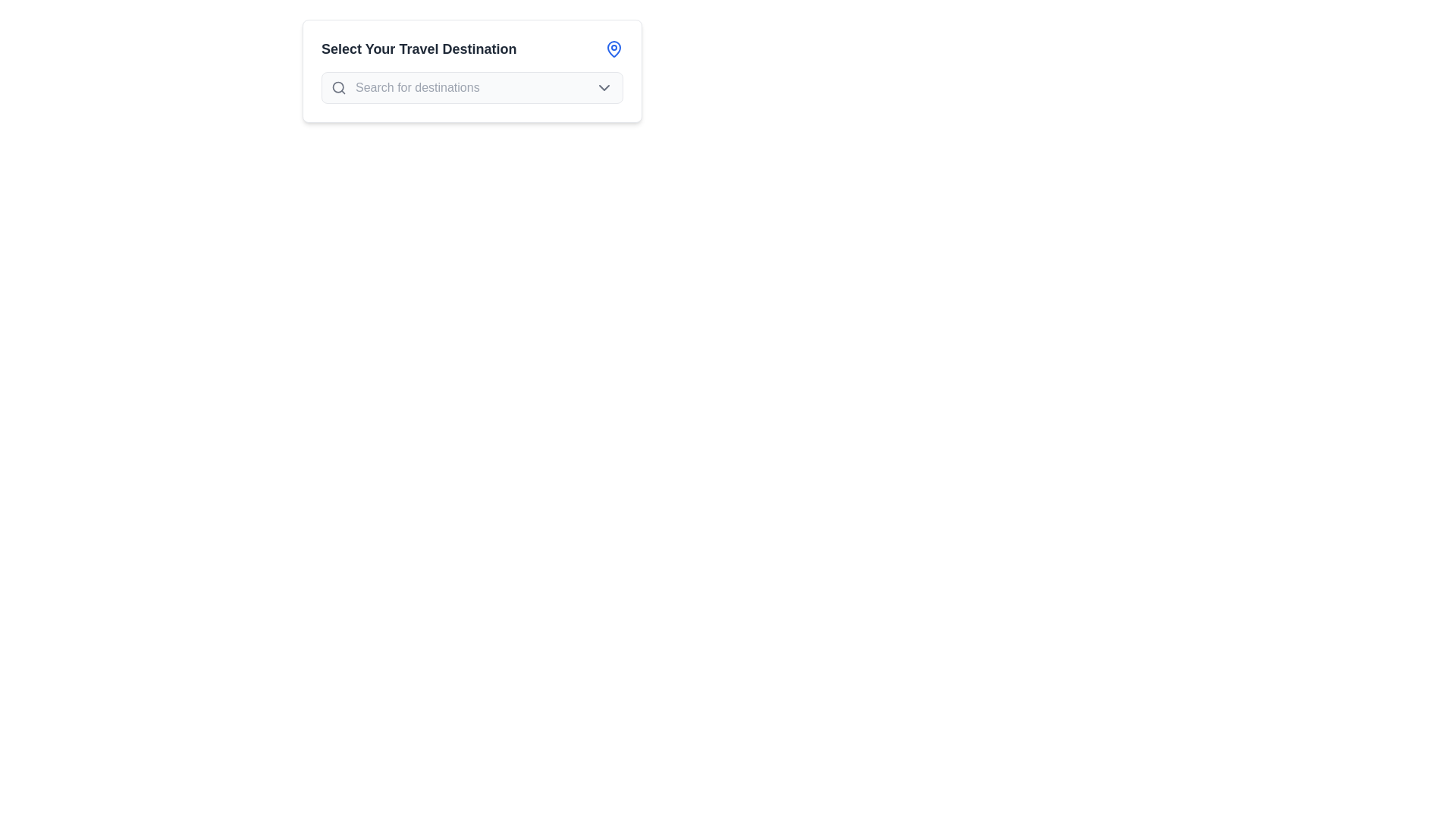 The height and width of the screenshot is (819, 1456). I want to click on the search icon, which visually represents the concept of 'search' and is located to the left of the 'Search for destinations' text placeholder, so click(337, 87).